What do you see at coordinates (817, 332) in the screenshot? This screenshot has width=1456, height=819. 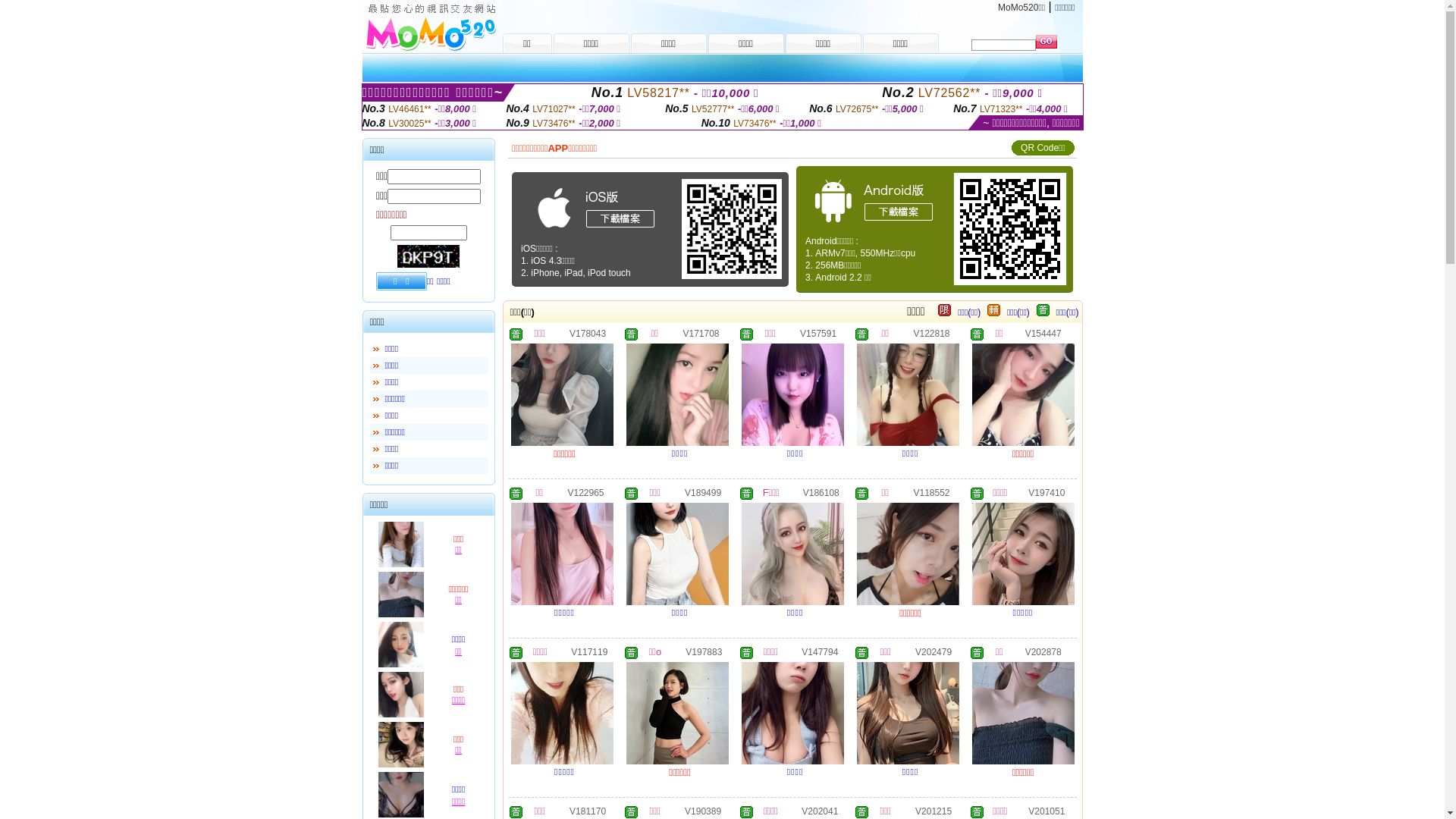 I see `'V157591'` at bounding box center [817, 332].